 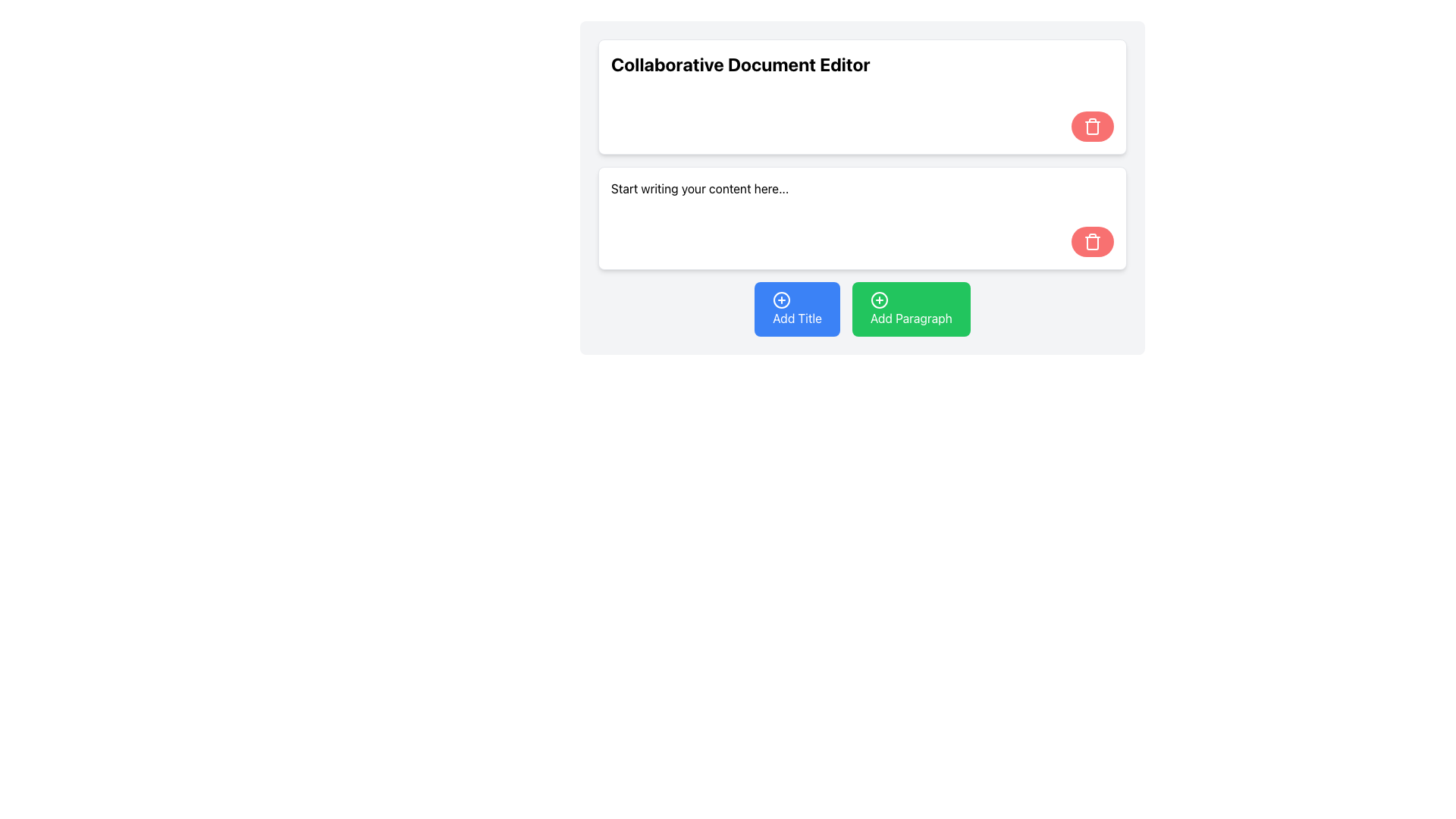 What do you see at coordinates (1092, 241) in the screenshot?
I see `the trash bin icon button, which is styled in white and located within a red circular button at the bottom right of the page` at bounding box center [1092, 241].